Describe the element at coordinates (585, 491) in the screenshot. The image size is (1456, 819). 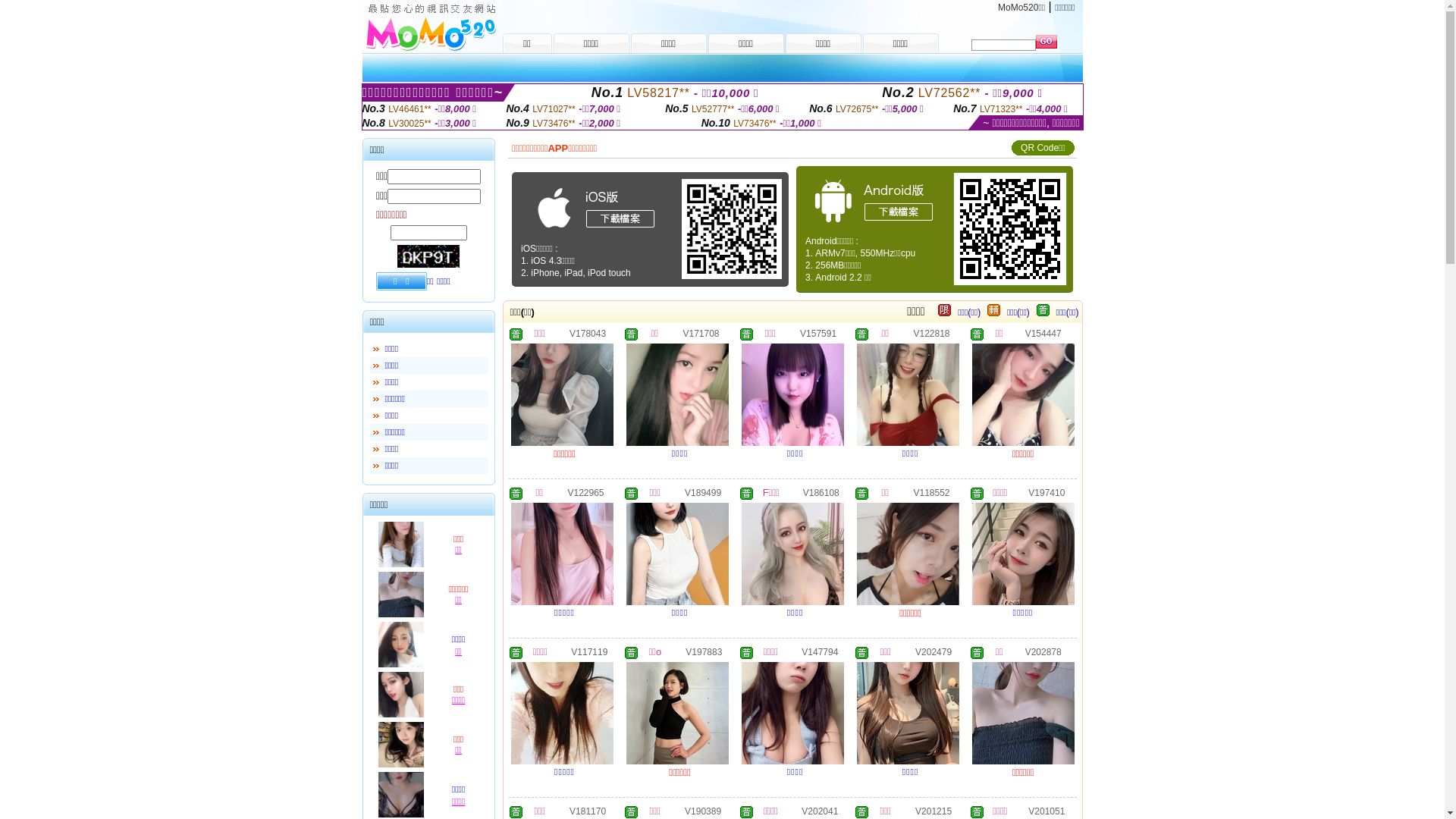
I see `'V122965'` at that location.